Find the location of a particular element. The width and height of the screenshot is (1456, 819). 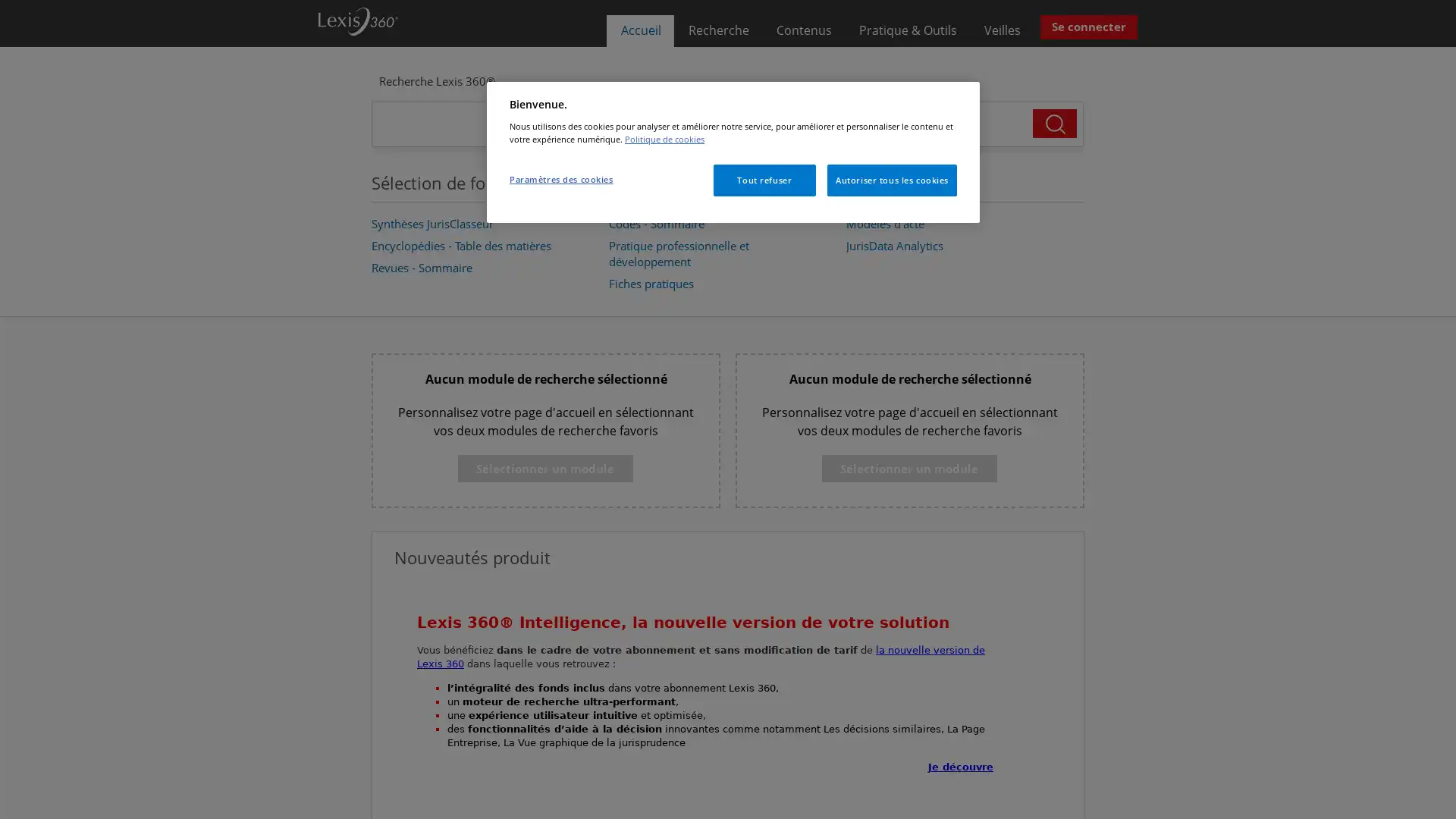

Autoriser tous les cookies is located at coordinates (892, 178).